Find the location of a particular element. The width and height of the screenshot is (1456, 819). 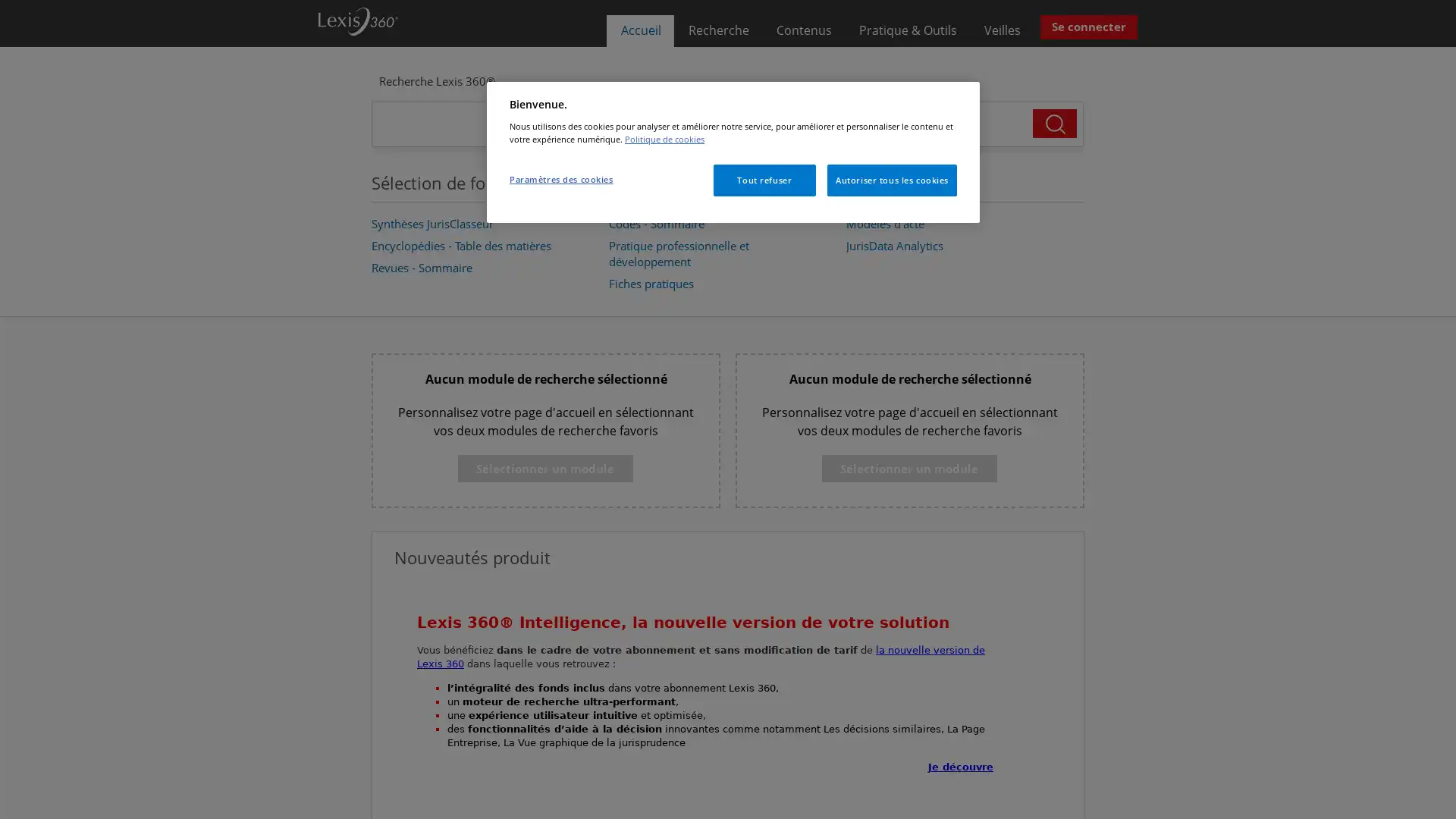

Autoriser tous les cookies is located at coordinates (892, 178).